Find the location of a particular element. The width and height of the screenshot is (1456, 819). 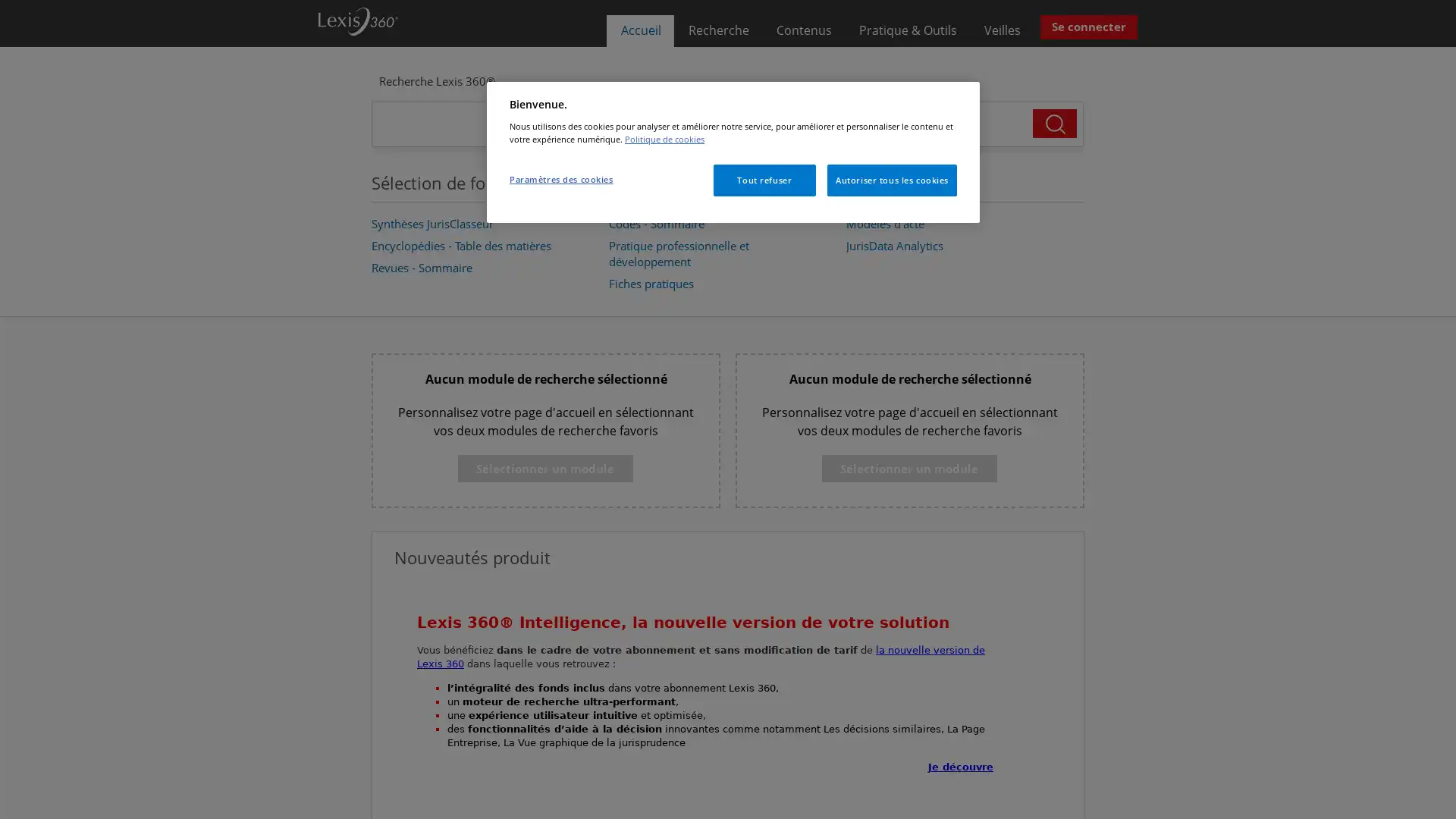

Autoriser tous les cookies is located at coordinates (892, 178).